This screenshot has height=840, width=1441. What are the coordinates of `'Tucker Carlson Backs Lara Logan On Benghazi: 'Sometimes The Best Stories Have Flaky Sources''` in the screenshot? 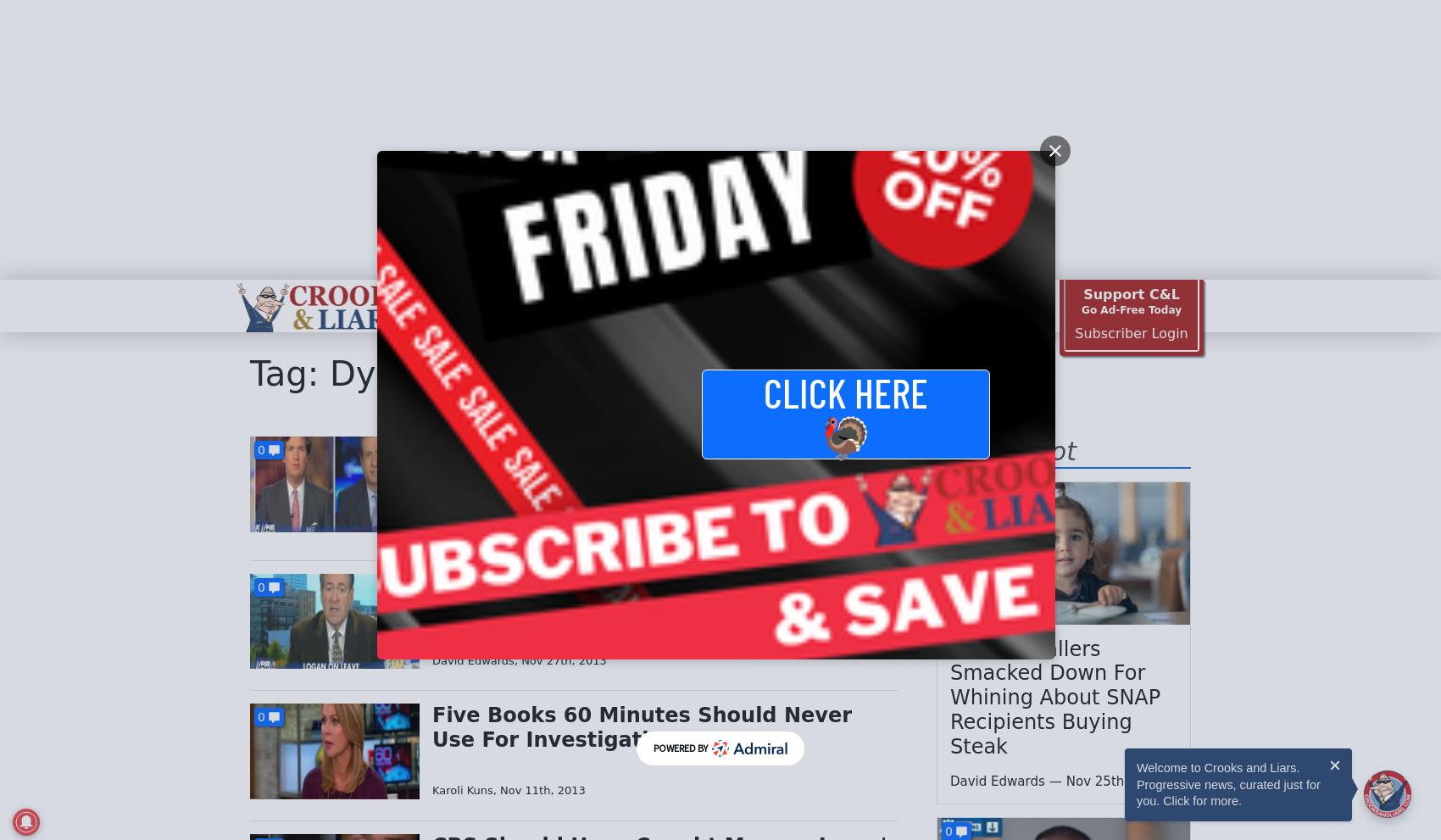 It's located at (656, 471).